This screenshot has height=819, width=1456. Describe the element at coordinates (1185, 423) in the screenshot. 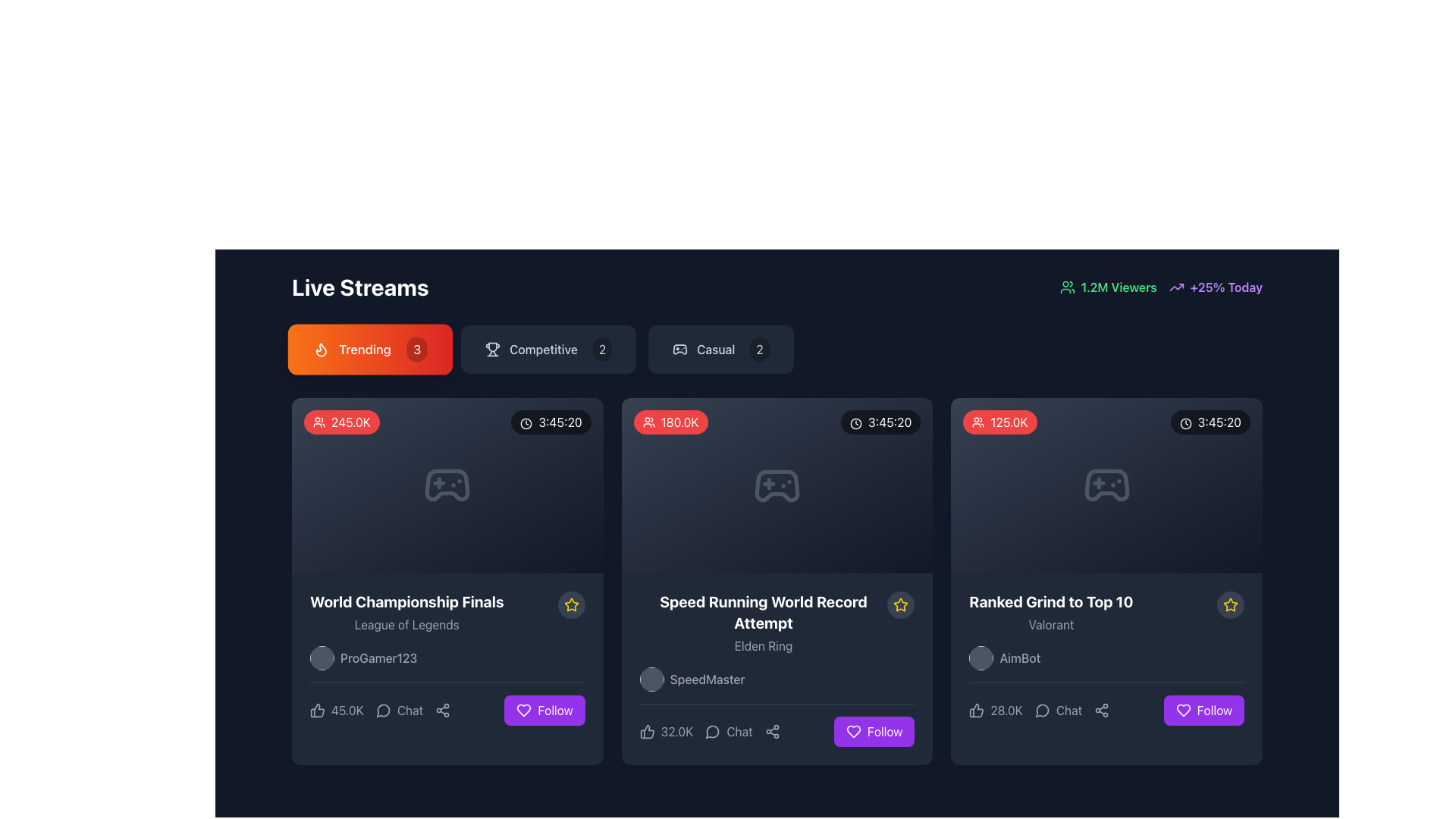

I see `the clock icon located in the top-right area of the card, next to the time text '3:45:20'` at that location.